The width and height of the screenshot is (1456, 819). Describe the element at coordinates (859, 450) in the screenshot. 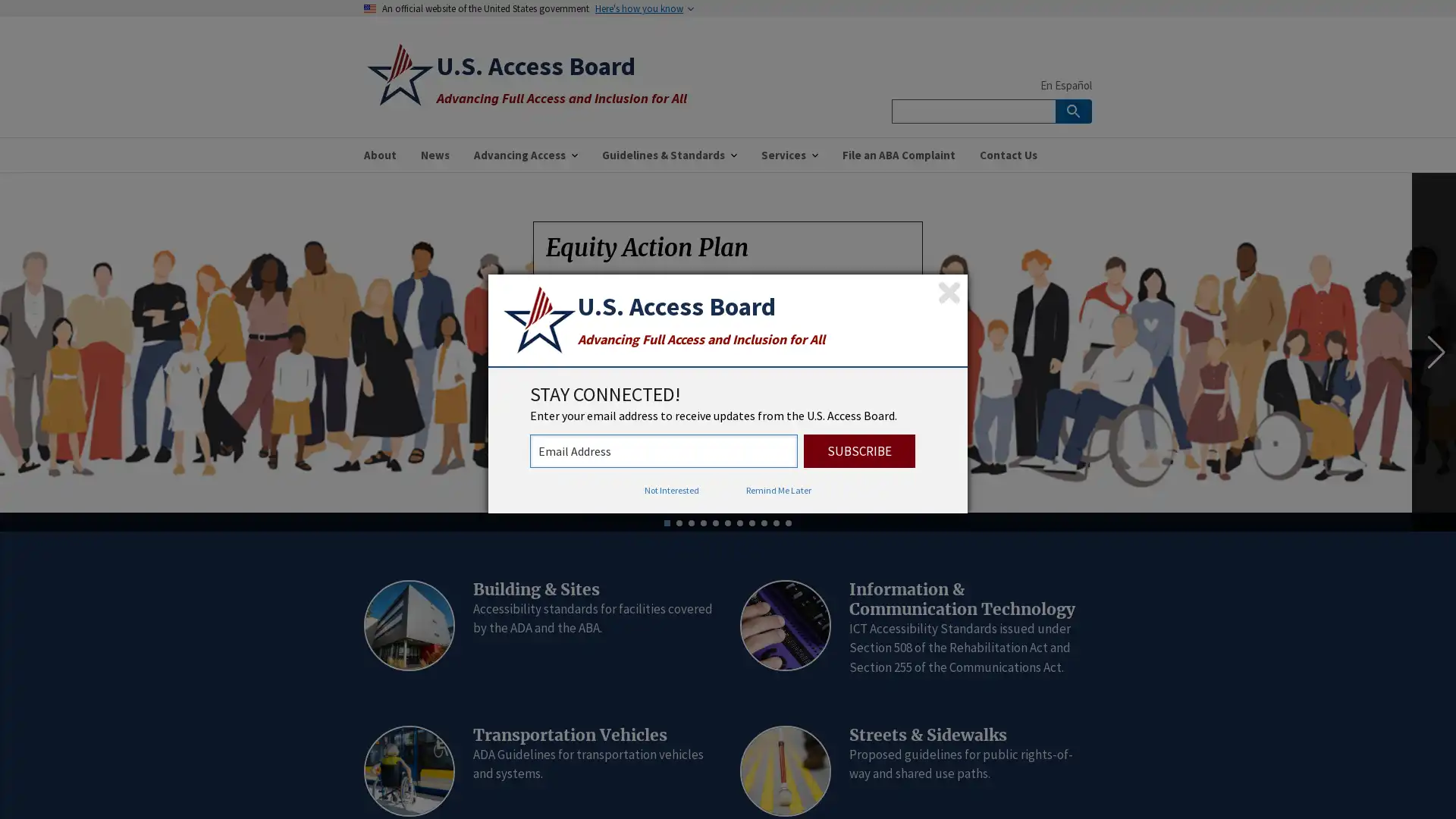

I see `Subscribe` at that location.